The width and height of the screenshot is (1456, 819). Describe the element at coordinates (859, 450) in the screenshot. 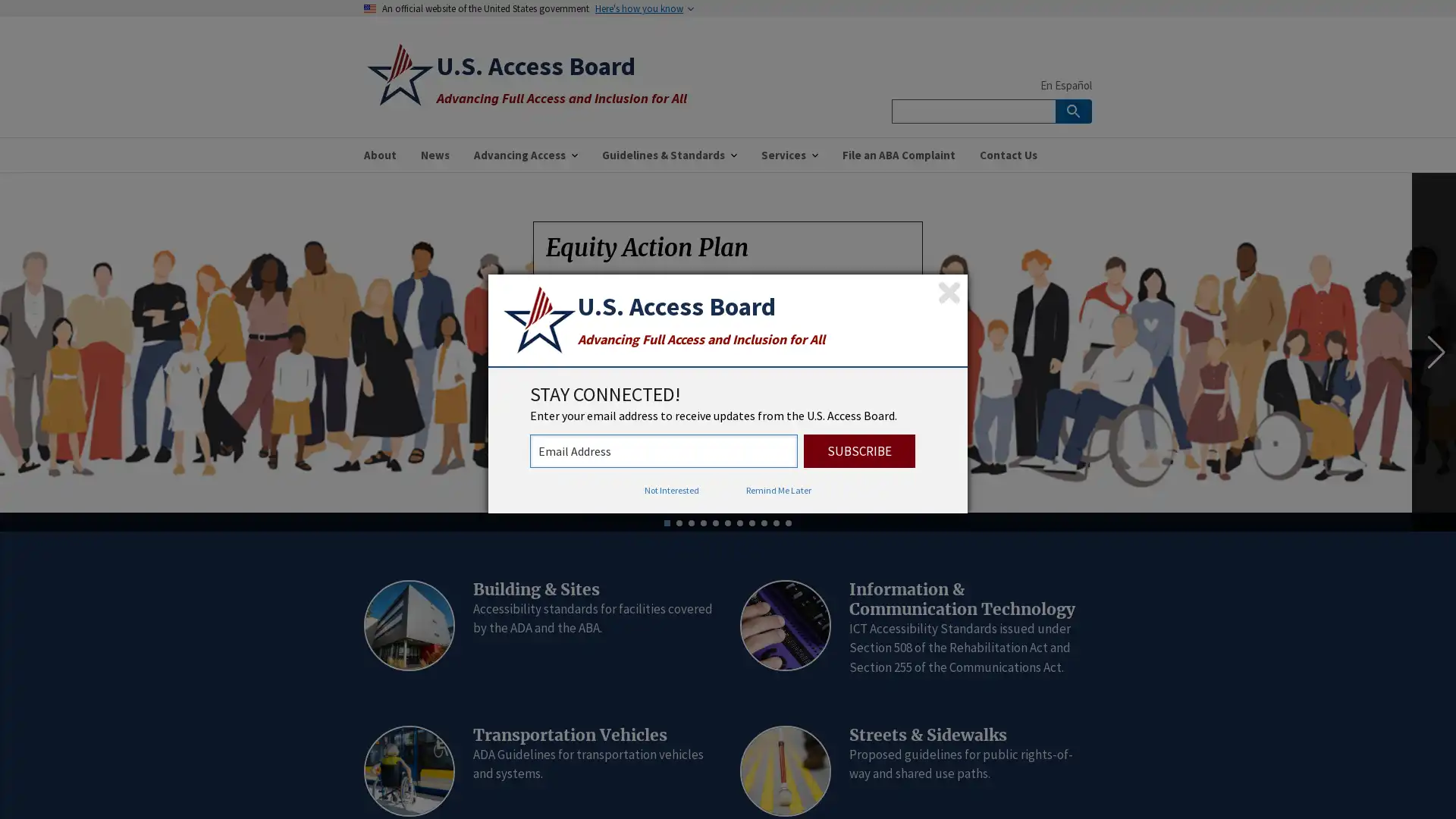

I see `Subscribe` at that location.